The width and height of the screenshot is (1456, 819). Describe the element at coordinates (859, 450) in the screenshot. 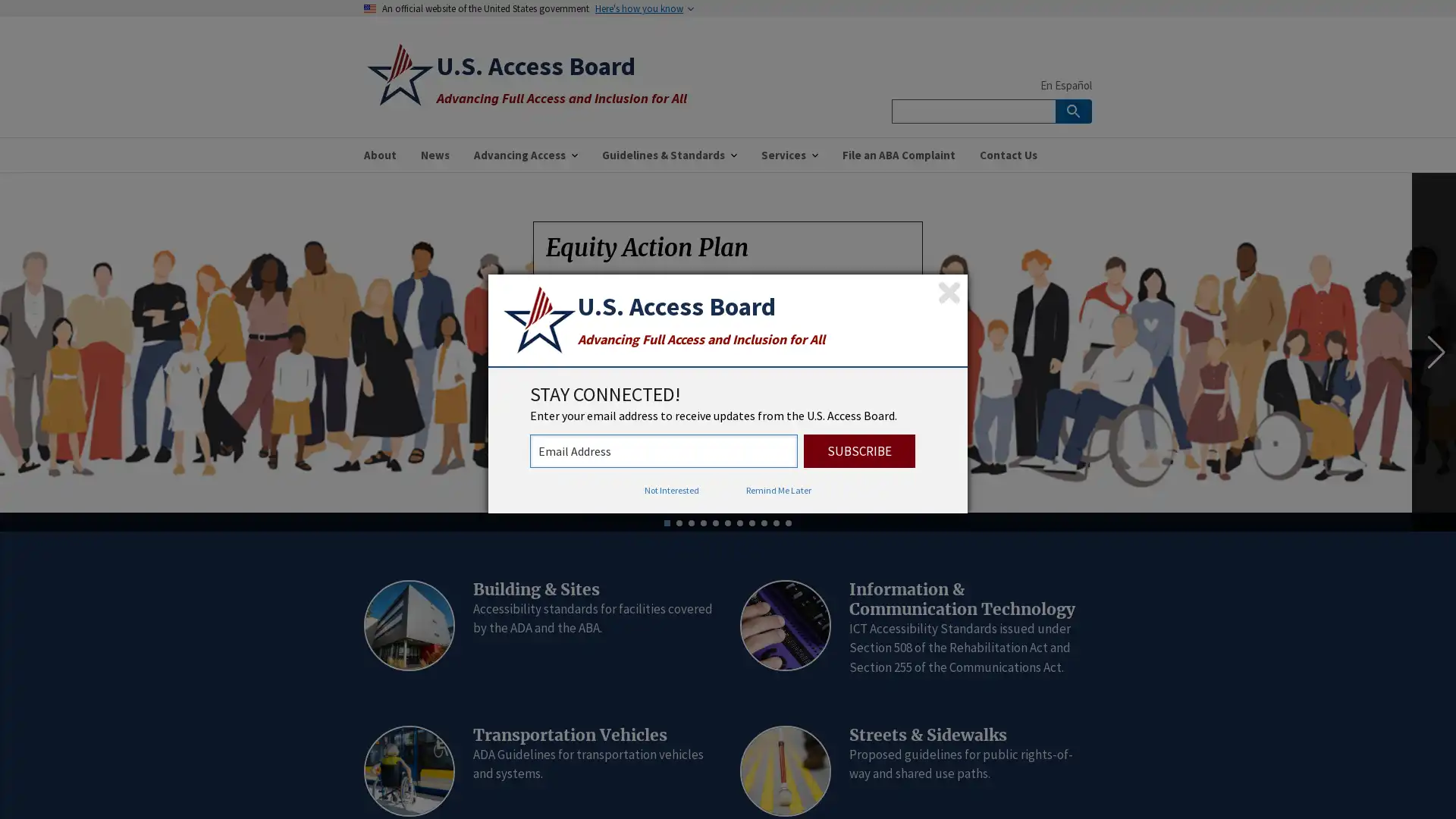

I see `Subscribe` at that location.